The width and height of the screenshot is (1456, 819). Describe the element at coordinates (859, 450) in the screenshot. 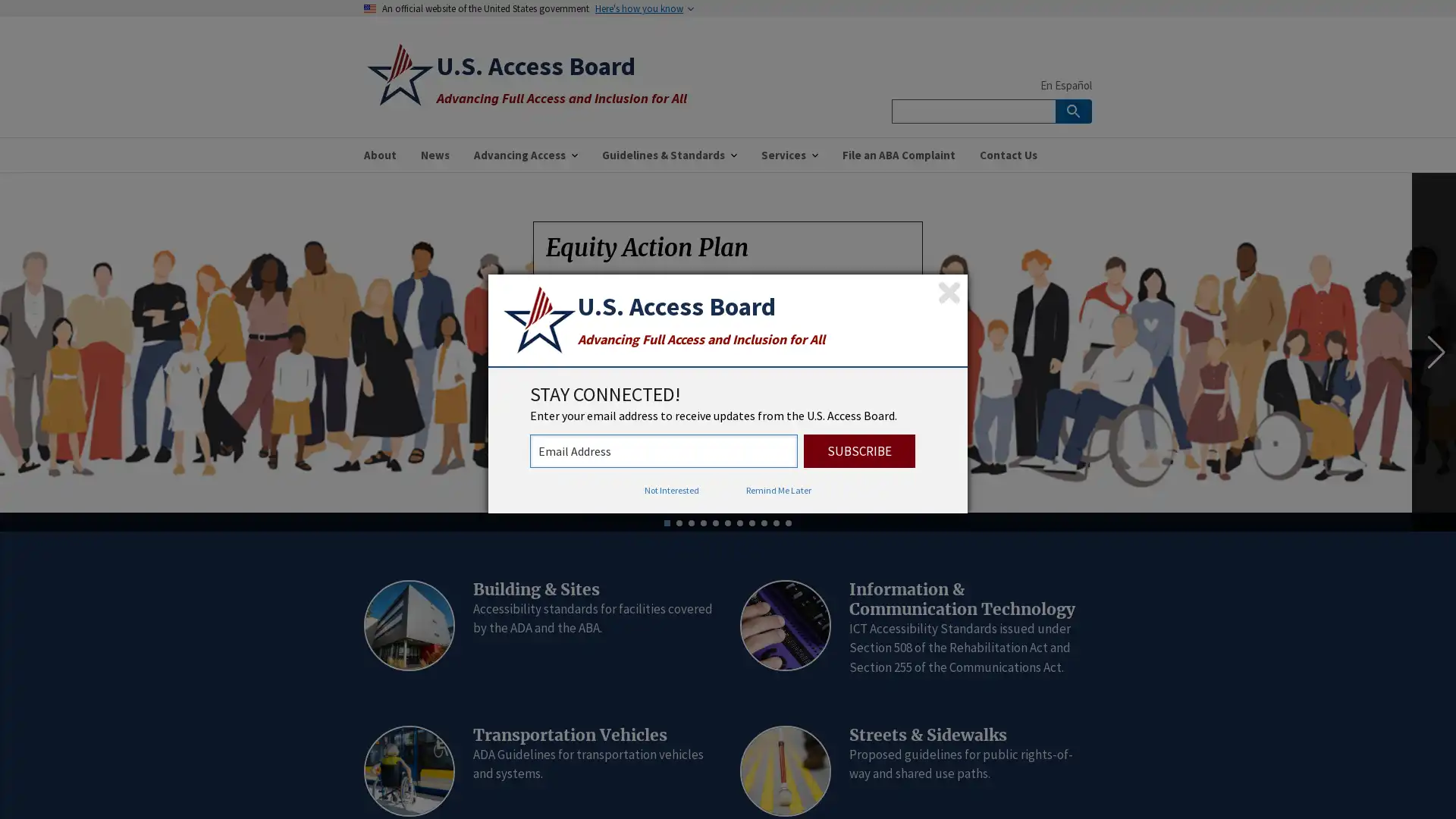

I see `Subscribe` at that location.